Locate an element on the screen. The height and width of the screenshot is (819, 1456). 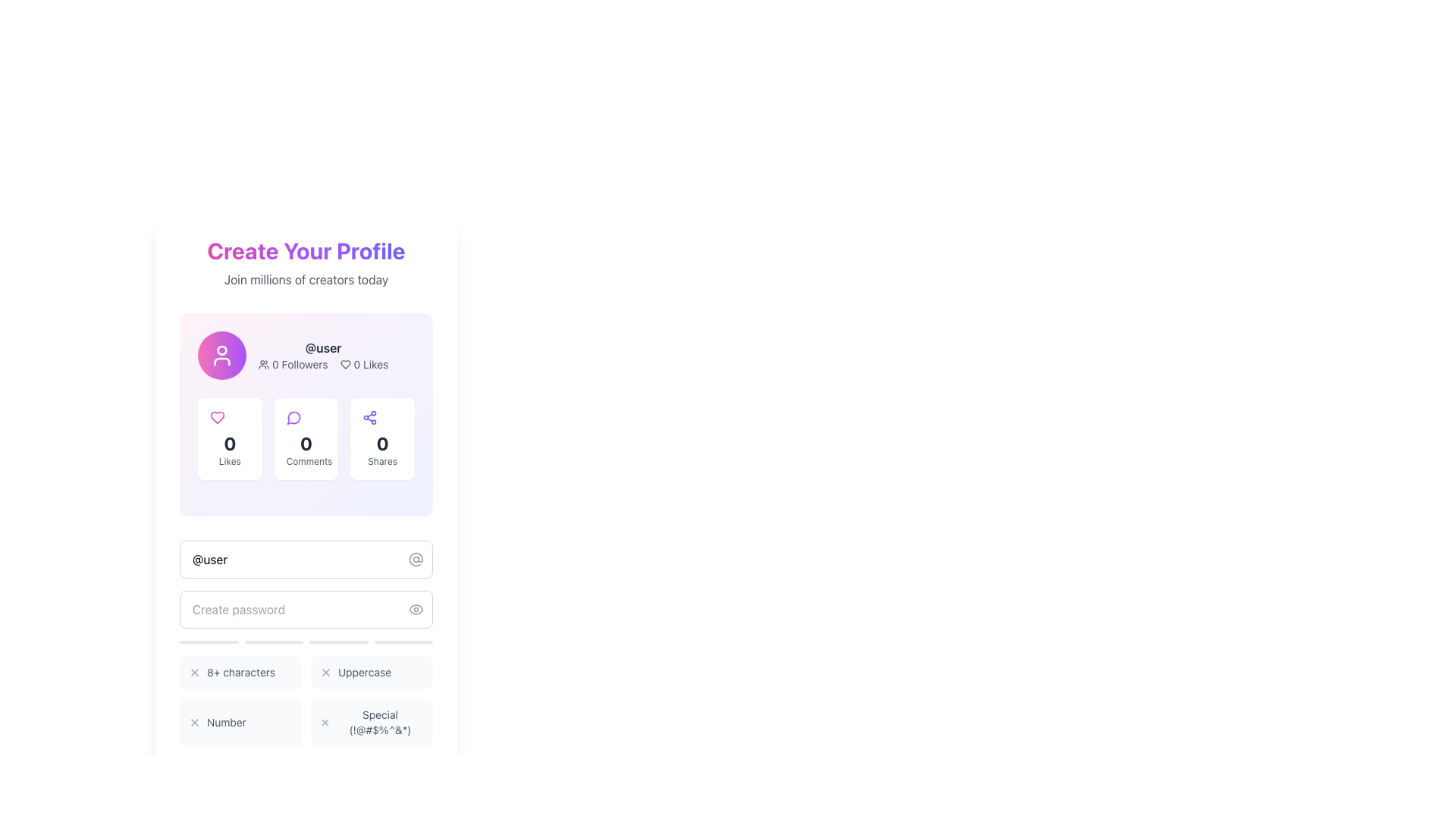
the header and subtitle text display that encourages users to create a profile is located at coordinates (305, 262).